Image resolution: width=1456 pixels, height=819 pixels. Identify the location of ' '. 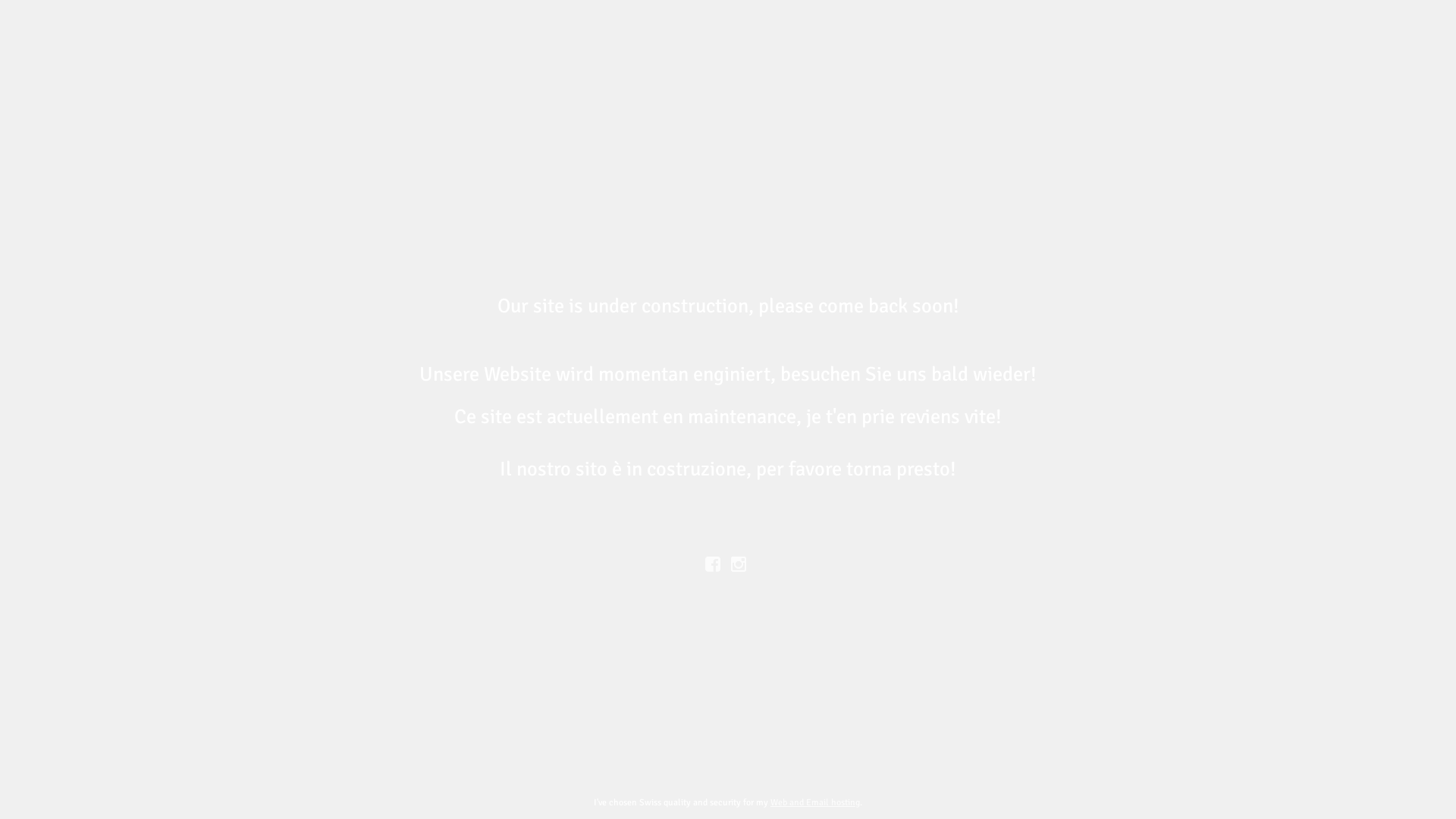
(741, 563).